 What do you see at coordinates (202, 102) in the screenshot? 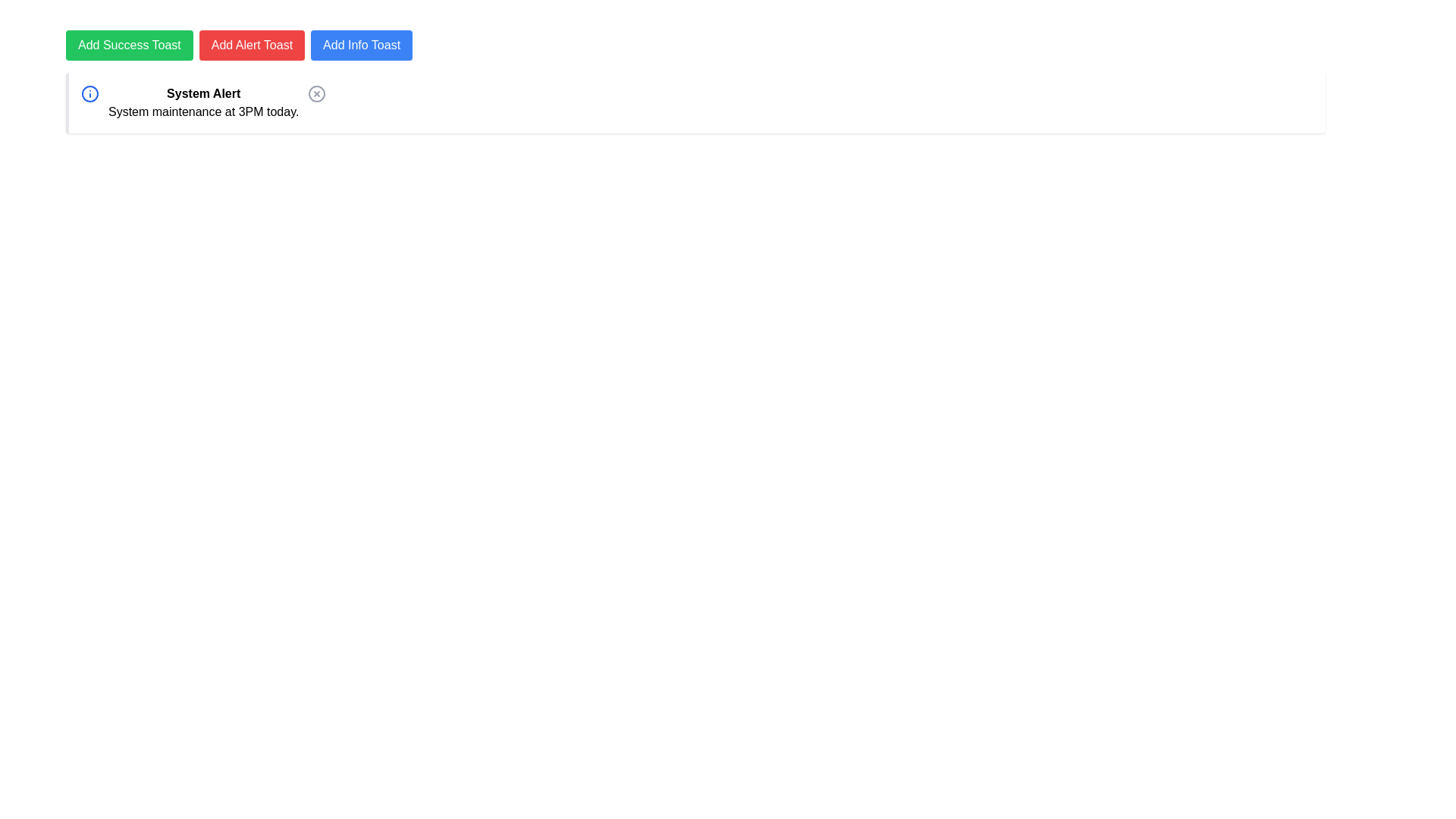
I see `text displayed in the Textual Display Component which communicates the system maintenance schedule, located centrally within a message box with a blue icon to its left` at bounding box center [202, 102].